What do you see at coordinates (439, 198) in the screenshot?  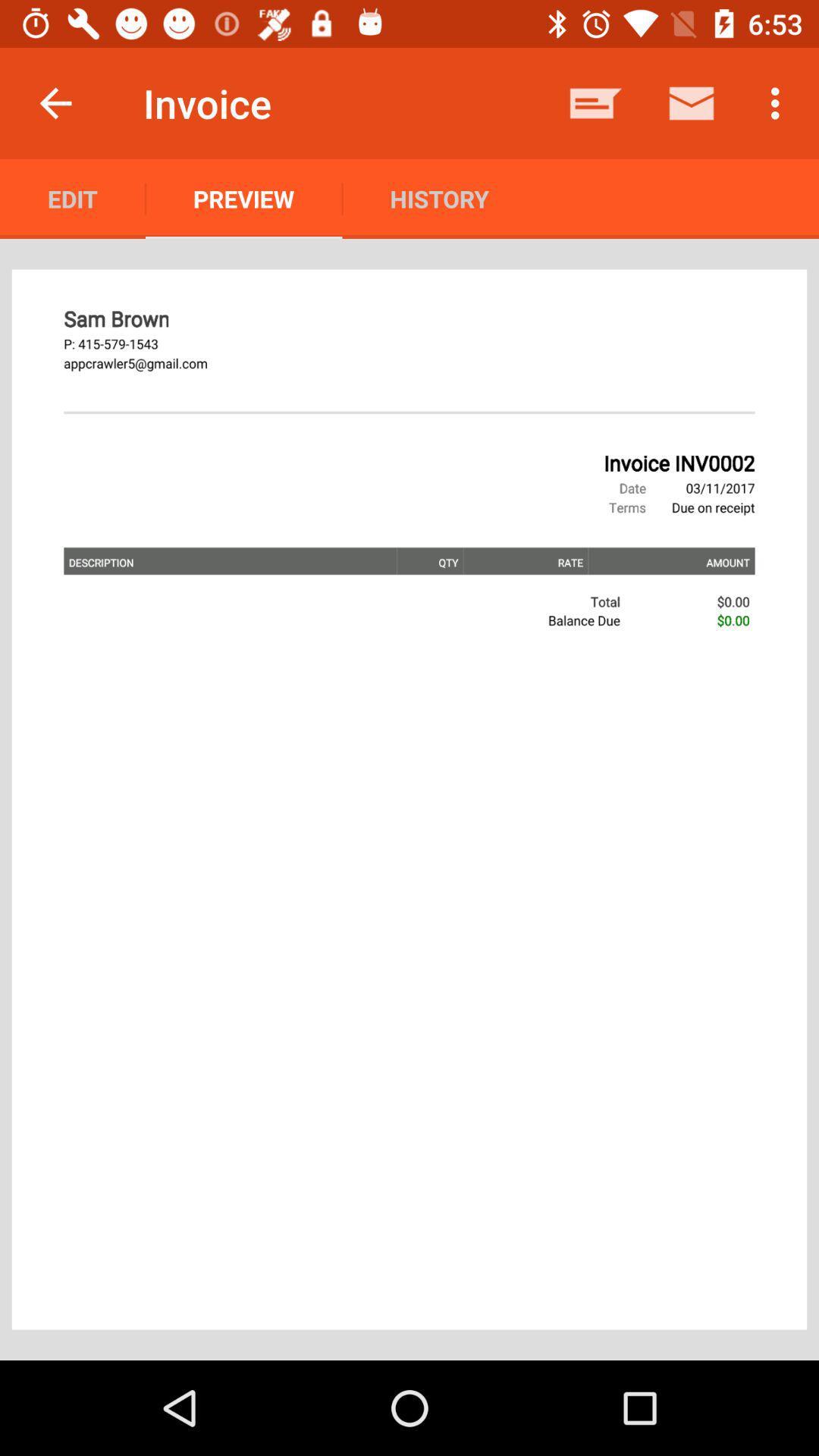 I see `the history icon` at bounding box center [439, 198].